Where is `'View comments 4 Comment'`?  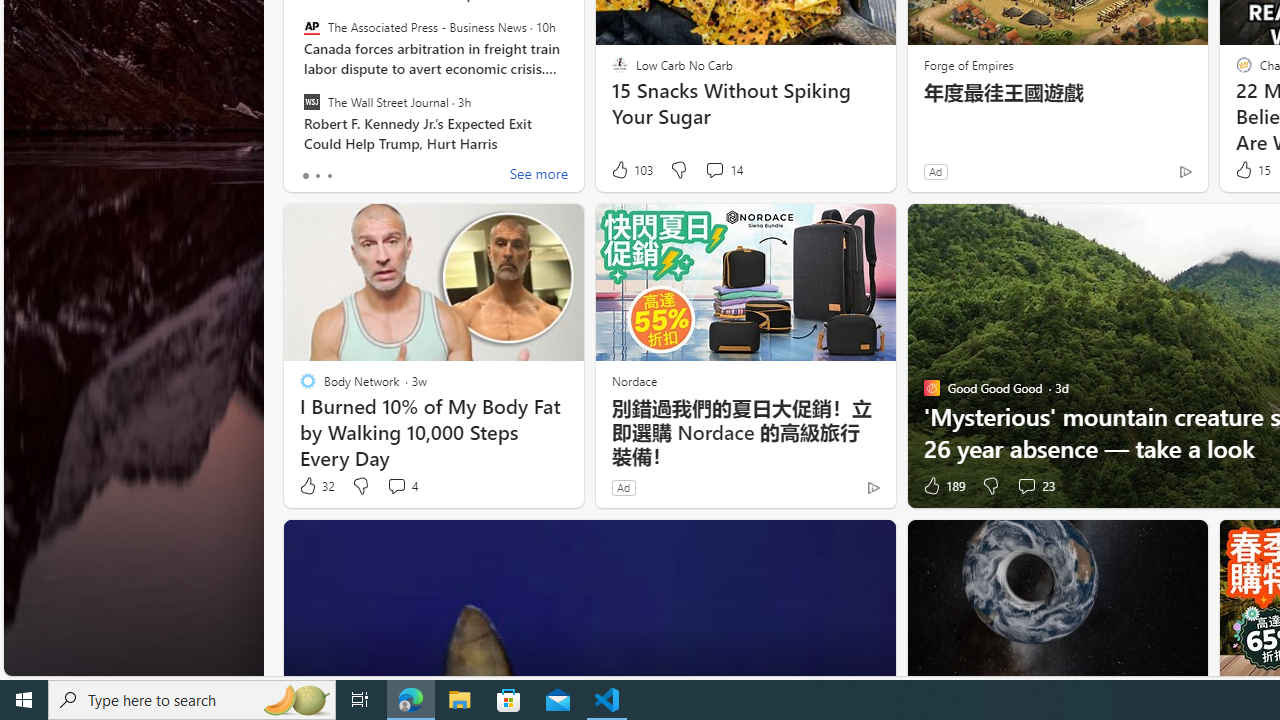
'View comments 4 Comment' is located at coordinates (400, 486).